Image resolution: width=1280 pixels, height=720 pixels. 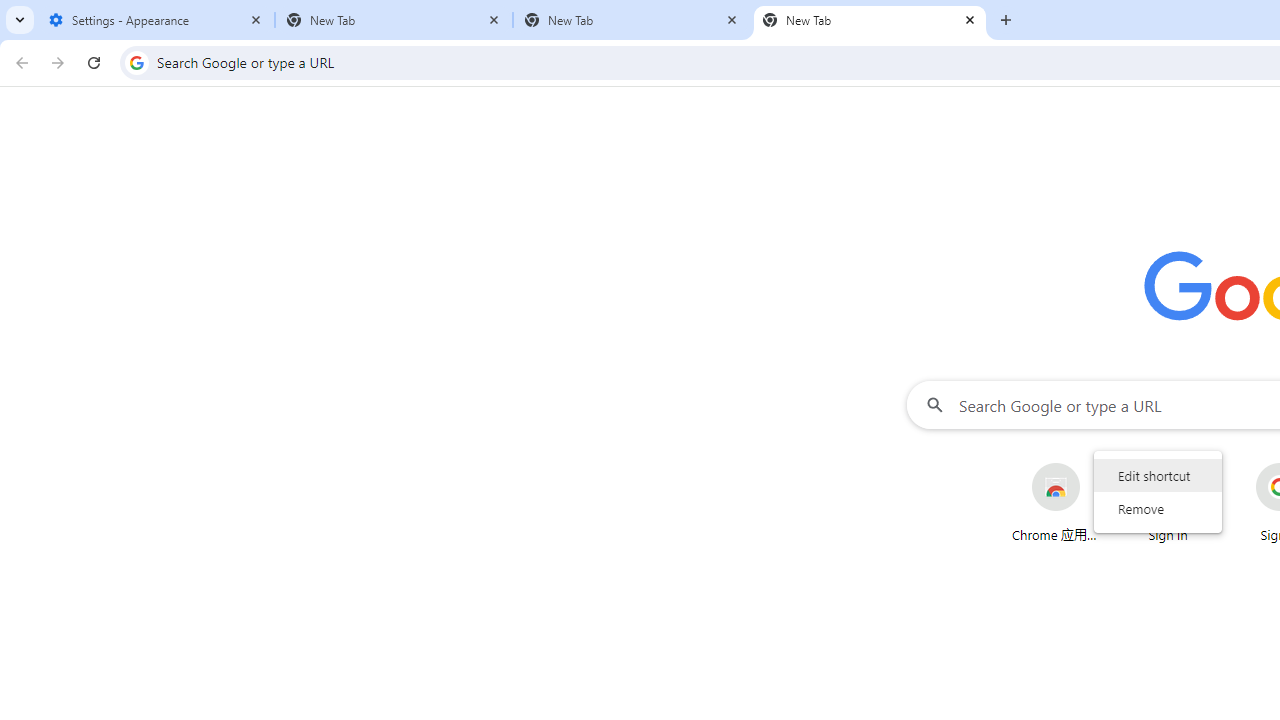 What do you see at coordinates (1158, 507) in the screenshot?
I see `'Remove'` at bounding box center [1158, 507].